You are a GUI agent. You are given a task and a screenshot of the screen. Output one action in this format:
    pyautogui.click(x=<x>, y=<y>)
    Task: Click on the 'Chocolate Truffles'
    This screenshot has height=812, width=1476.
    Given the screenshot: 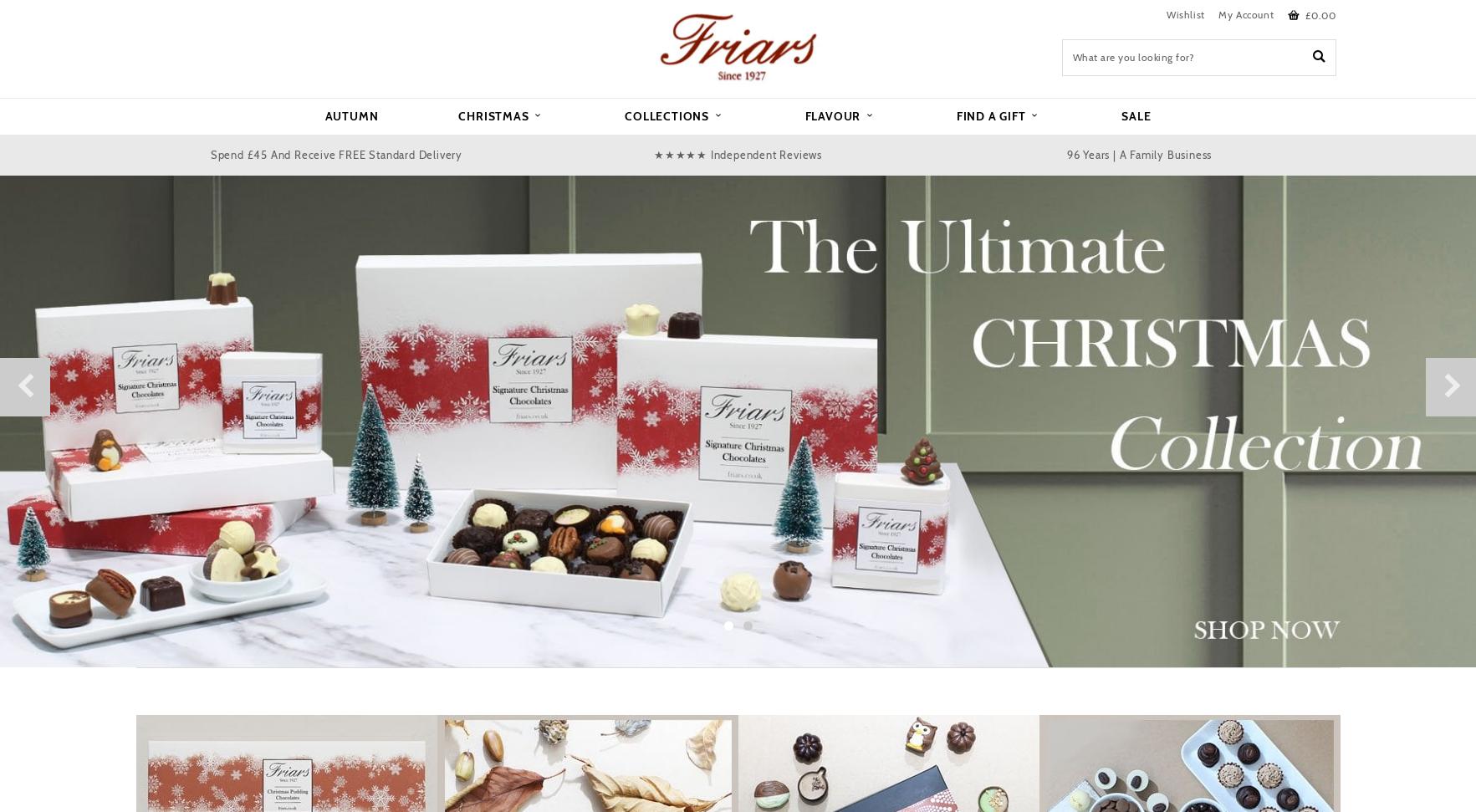 What is the action you would take?
    pyautogui.click(x=487, y=301)
    